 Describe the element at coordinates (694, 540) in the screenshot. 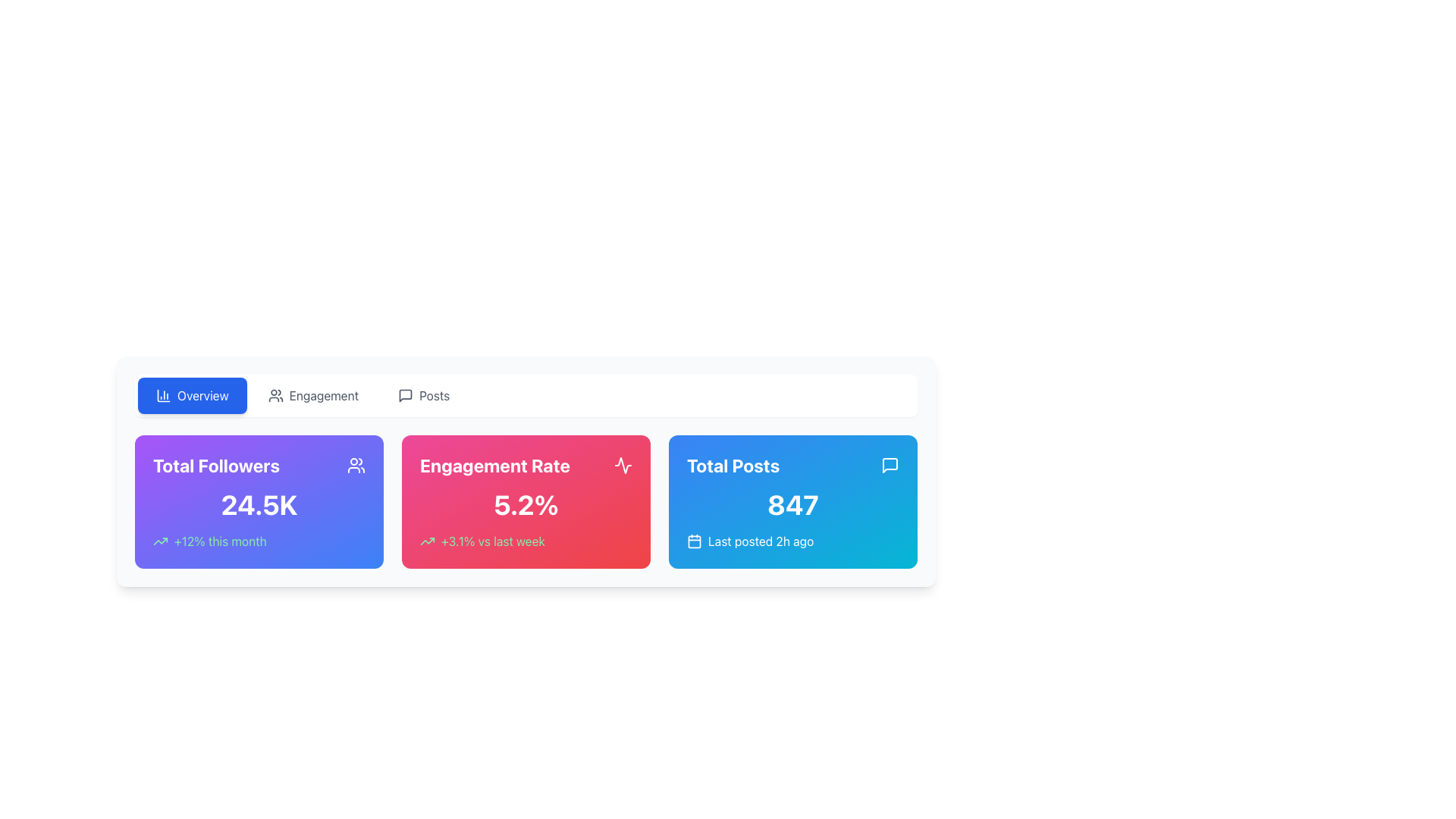

I see `the SVG graphical element with rounded rectangle properties located at the top-right corner of the panel showing metrics, adjacent to the post count section` at that location.